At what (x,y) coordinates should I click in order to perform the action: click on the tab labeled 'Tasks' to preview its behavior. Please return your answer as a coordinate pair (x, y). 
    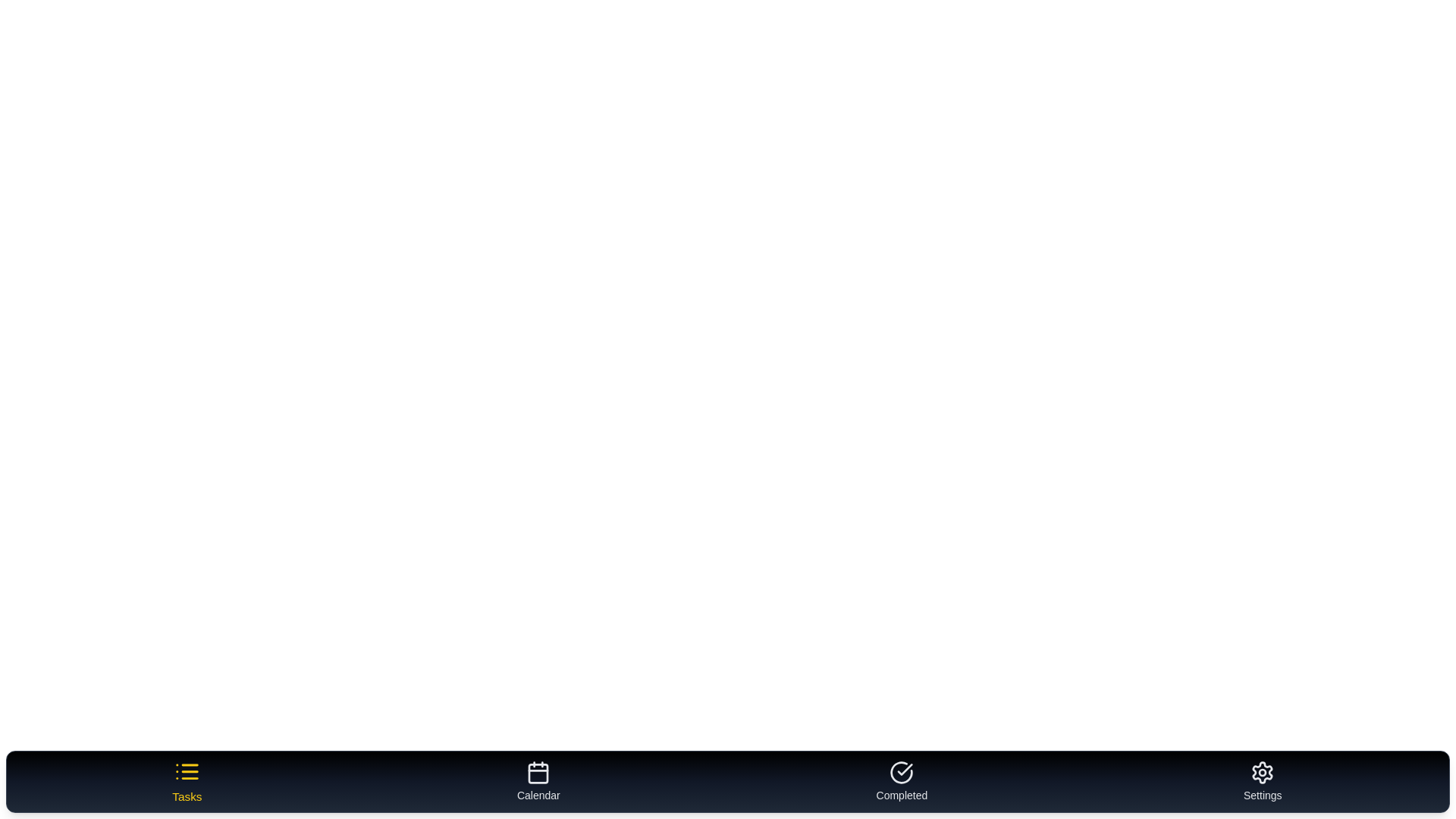
    Looking at the image, I should click on (186, 781).